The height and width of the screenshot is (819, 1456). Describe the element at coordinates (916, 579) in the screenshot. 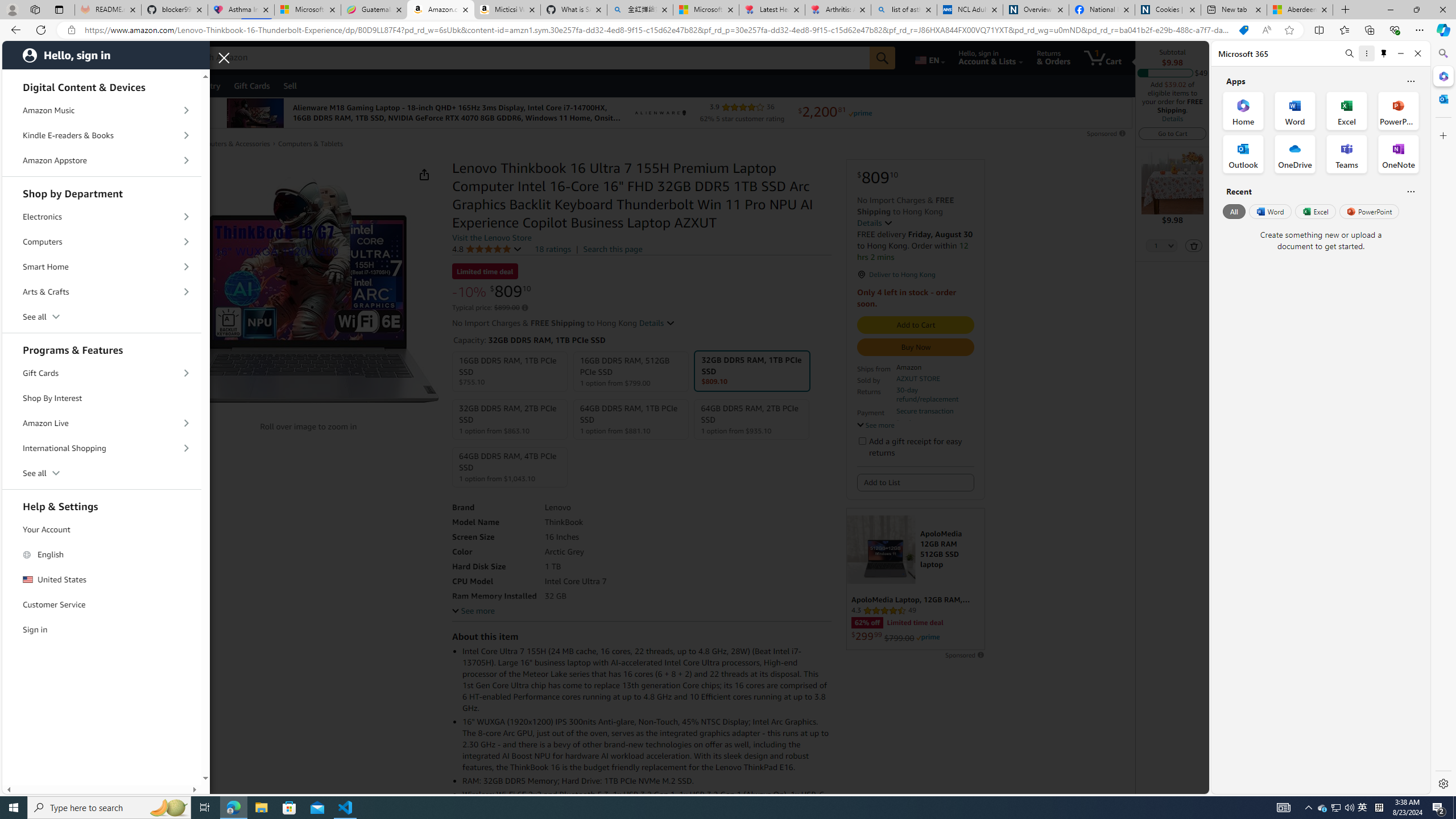

I see `'Sponsored ad'` at that location.